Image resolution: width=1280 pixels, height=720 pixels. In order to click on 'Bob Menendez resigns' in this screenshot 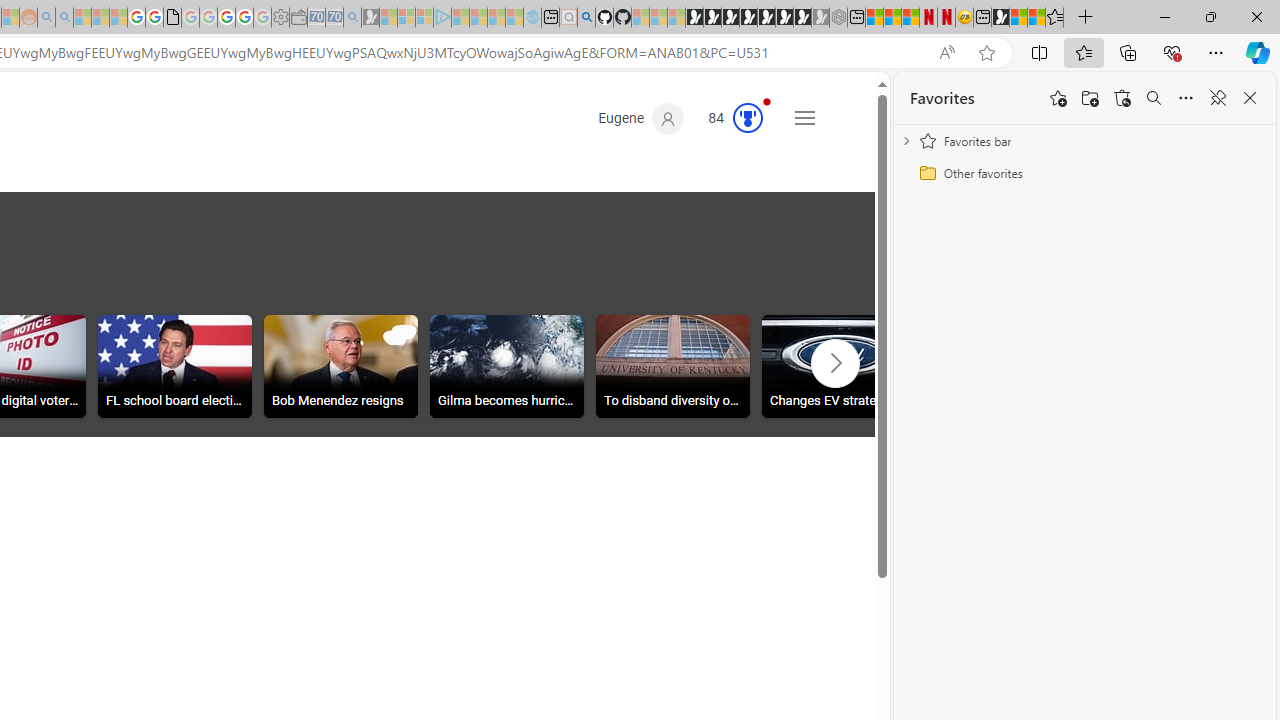, I will do `click(341, 369)`.